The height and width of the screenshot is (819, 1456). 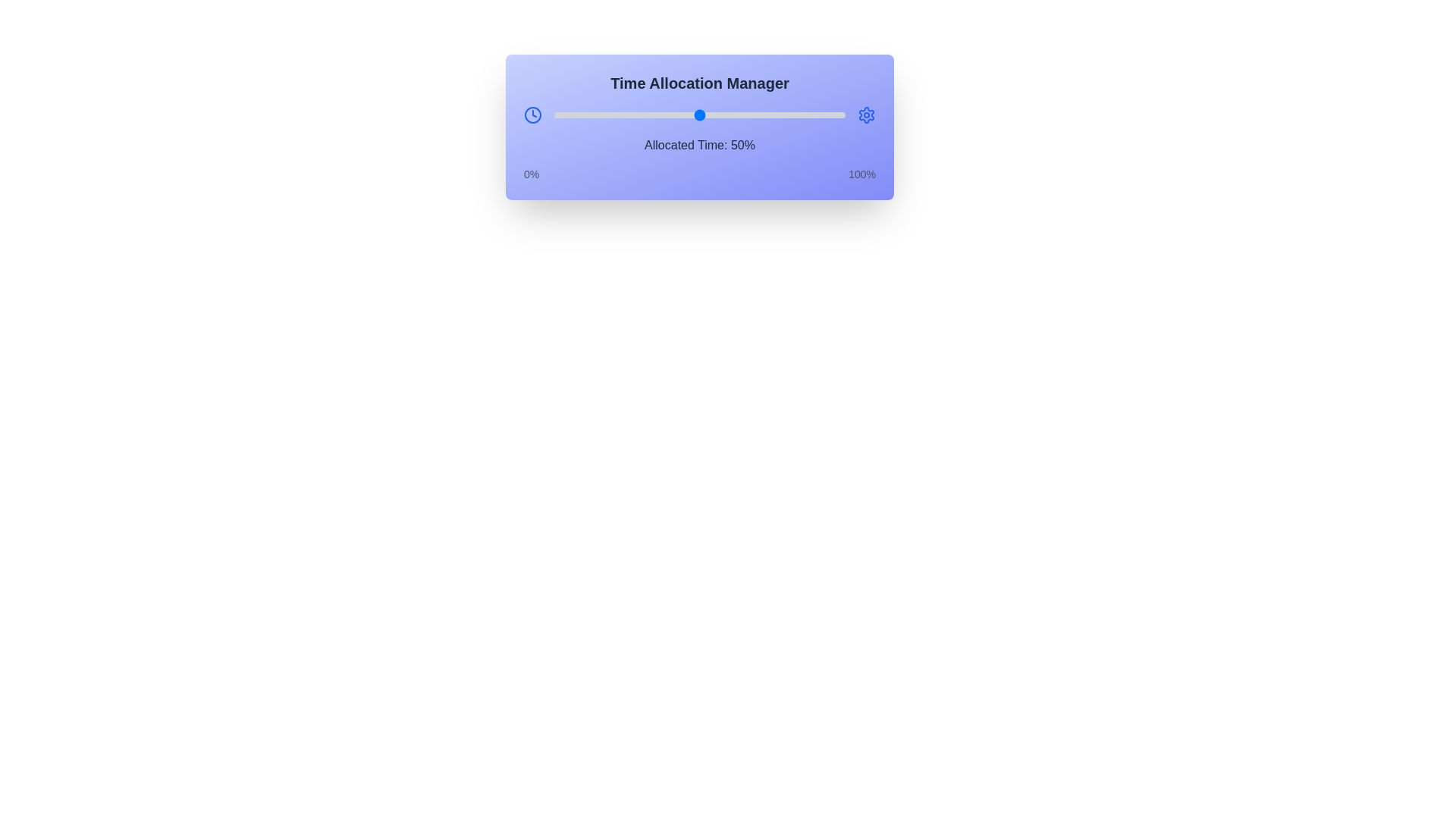 I want to click on the settings icon to access configuration options, so click(x=866, y=114).